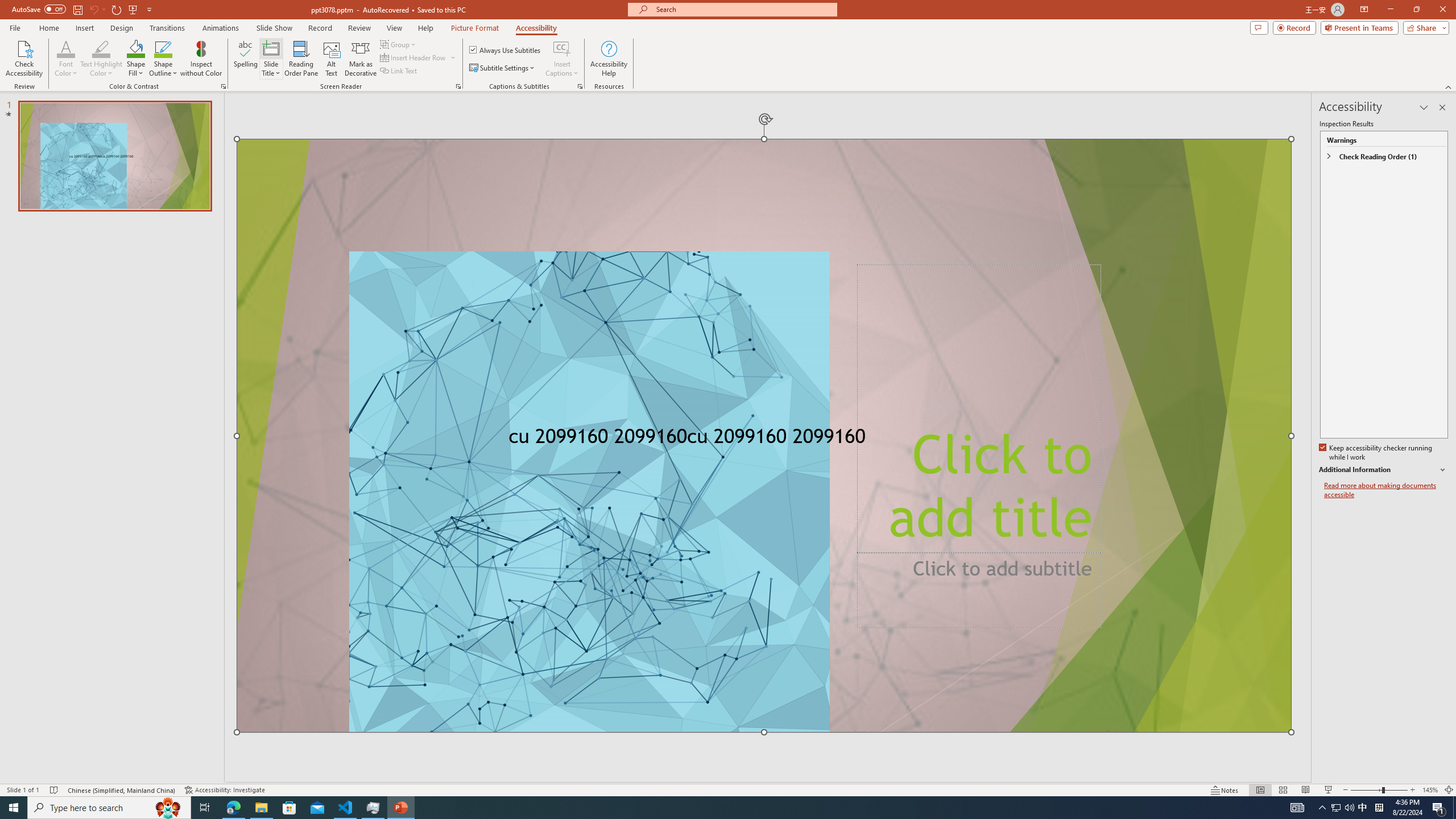  What do you see at coordinates (1430, 790) in the screenshot?
I see `'Zoom 145%'` at bounding box center [1430, 790].